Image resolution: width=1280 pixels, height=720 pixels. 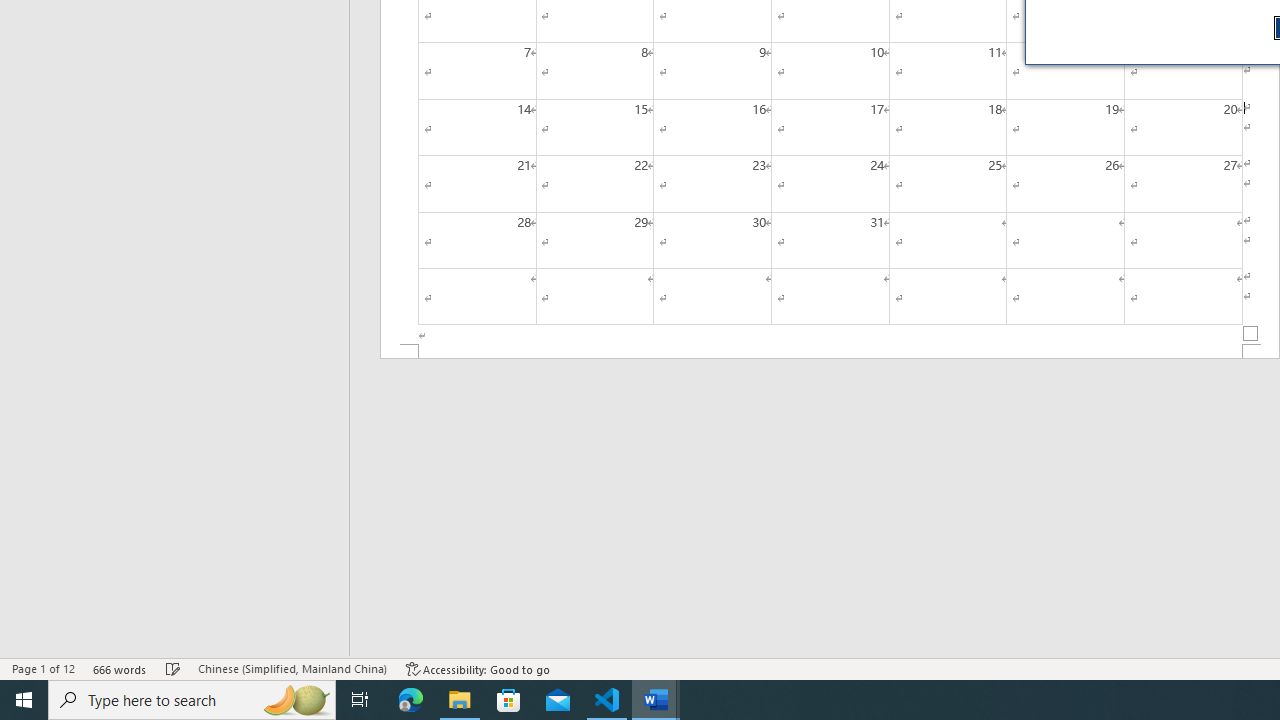 I want to click on 'Language Chinese (Simplified, Mainland China)', so click(x=291, y=669).